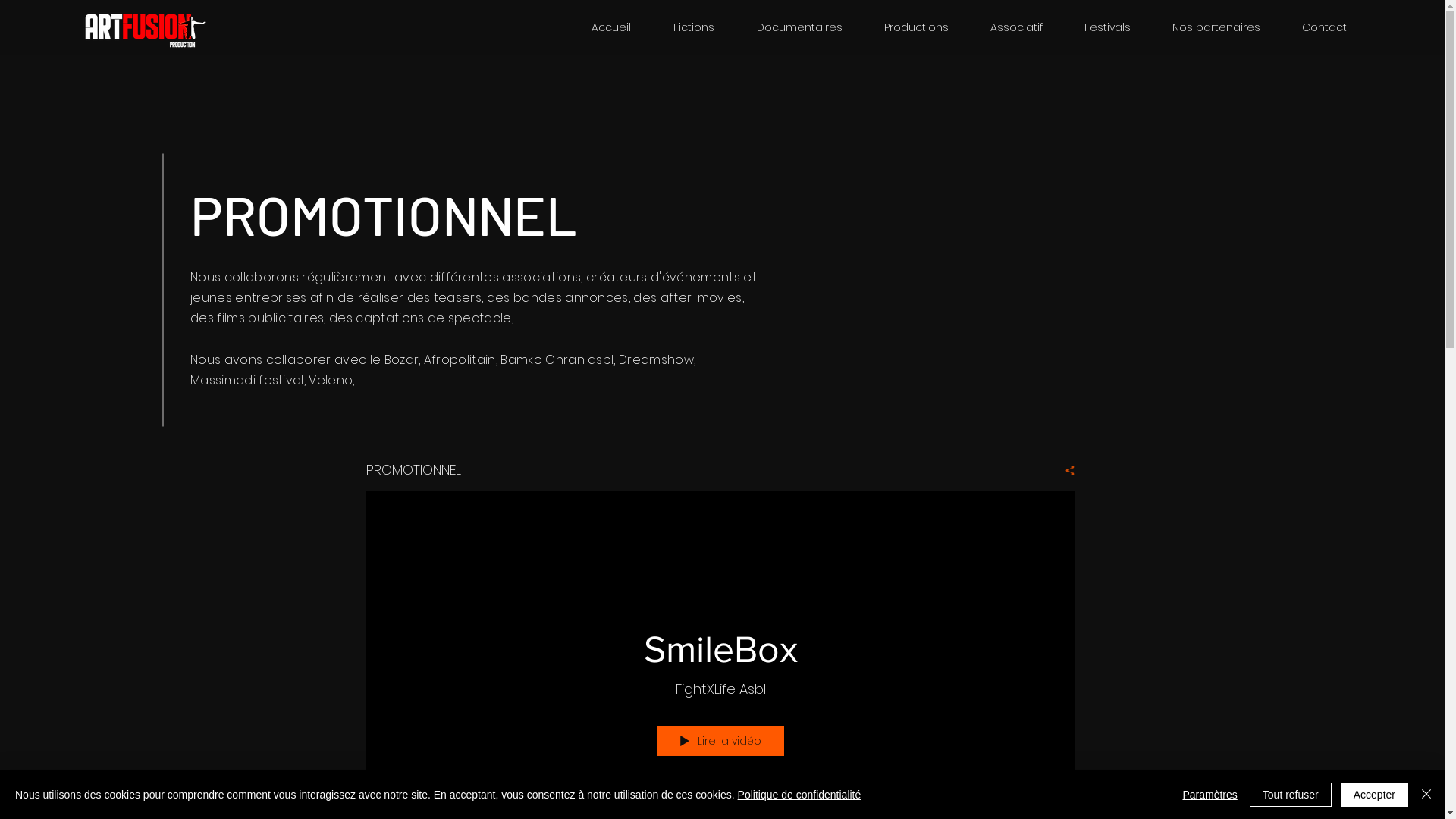 The width and height of the screenshot is (1456, 819). I want to click on 'Accueil', so click(611, 27).